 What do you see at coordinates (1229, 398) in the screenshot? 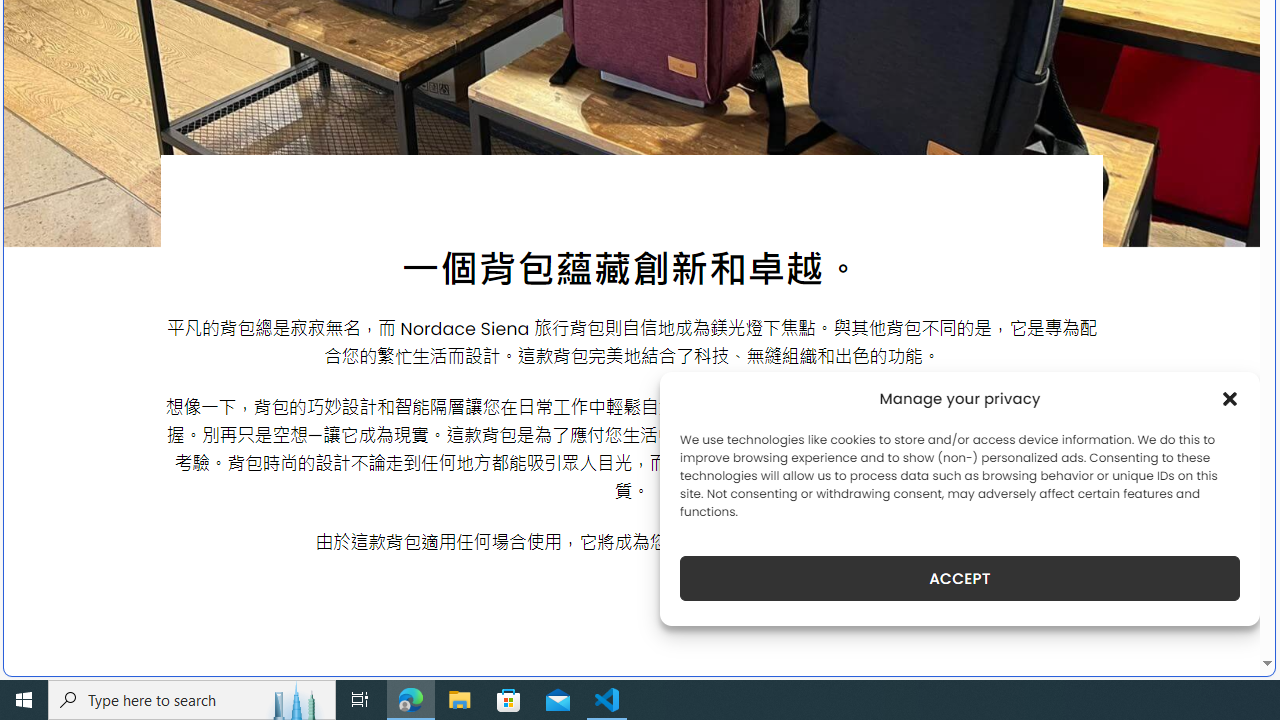
I see `'Class: cmplz-close'` at bounding box center [1229, 398].